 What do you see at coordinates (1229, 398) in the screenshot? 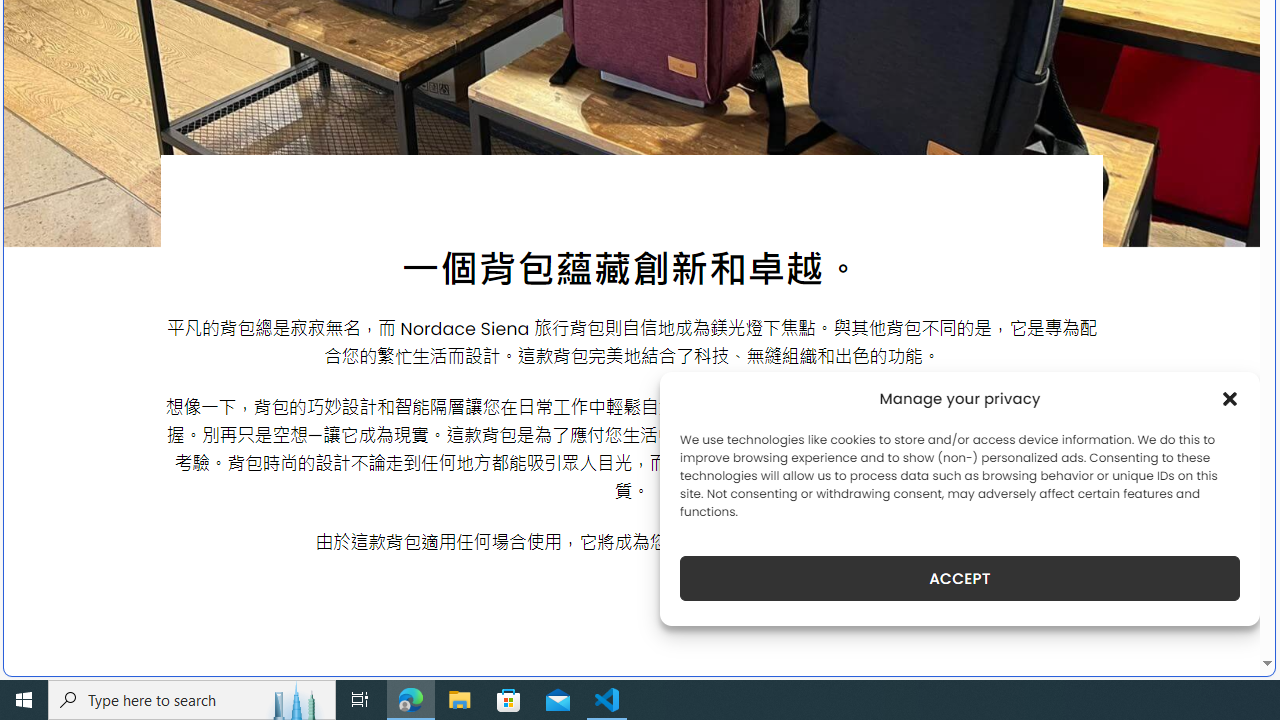
I see `'Class: cmplz-close'` at bounding box center [1229, 398].